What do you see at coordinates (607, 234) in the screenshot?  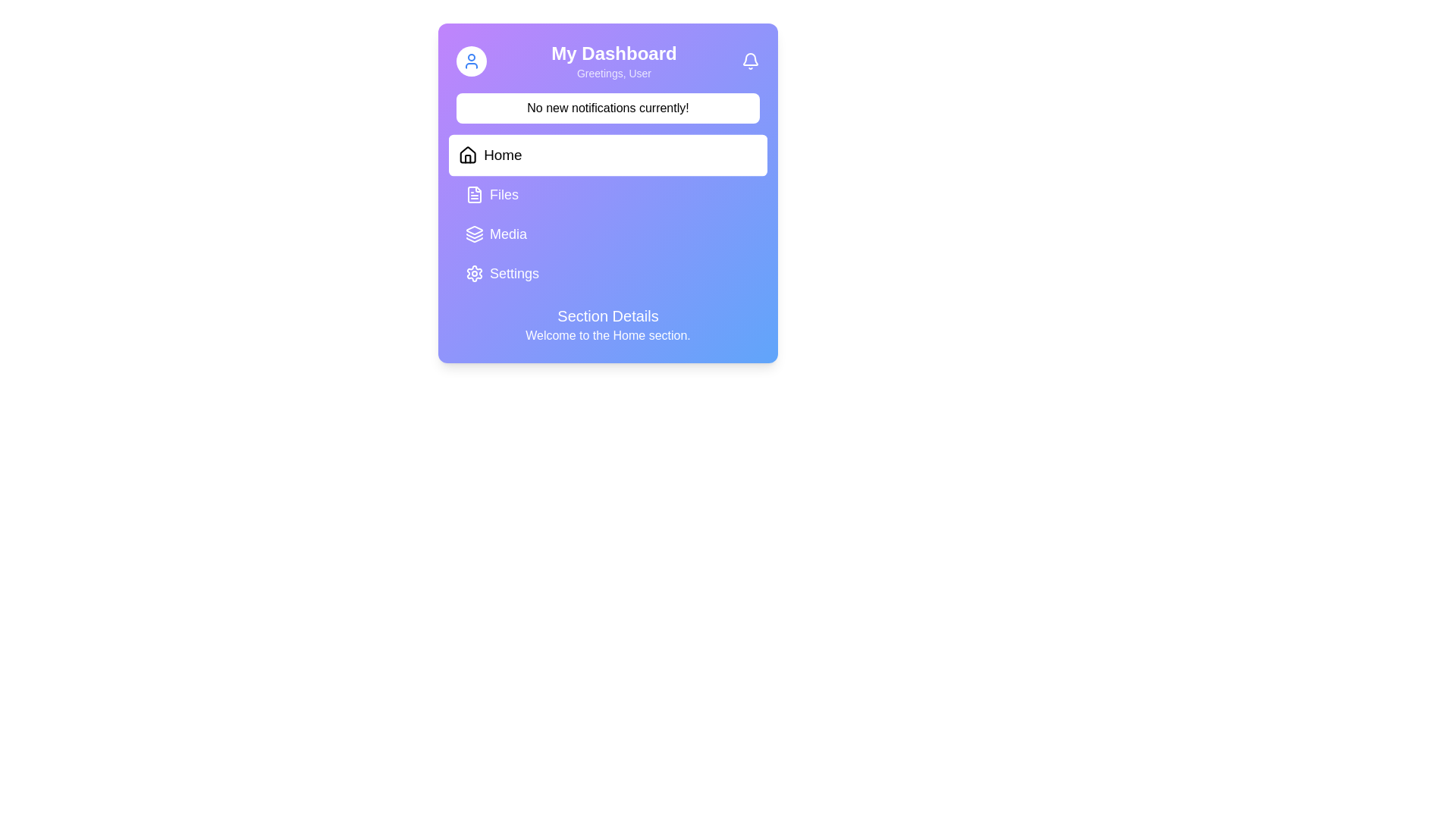 I see `the Navigation Button labeled 'Media' to observe the hover effect, which is the third item in a vertical list of navigation options` at bounding box center [607, 234].